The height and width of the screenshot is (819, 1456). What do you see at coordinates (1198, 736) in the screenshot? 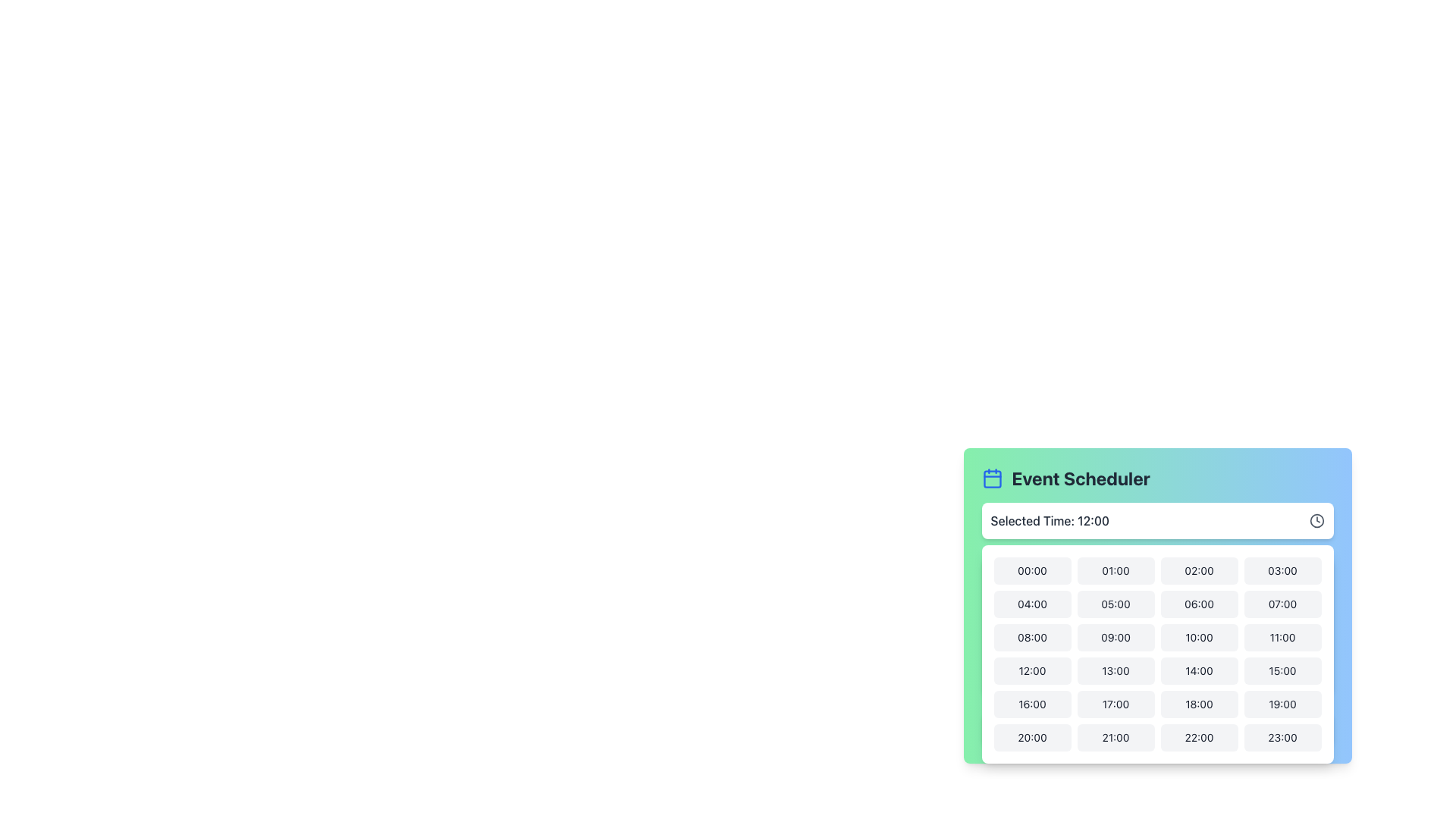
I see `the button labeled '22:00' with a light gray background and black text` at bounding box center [1198, 736].